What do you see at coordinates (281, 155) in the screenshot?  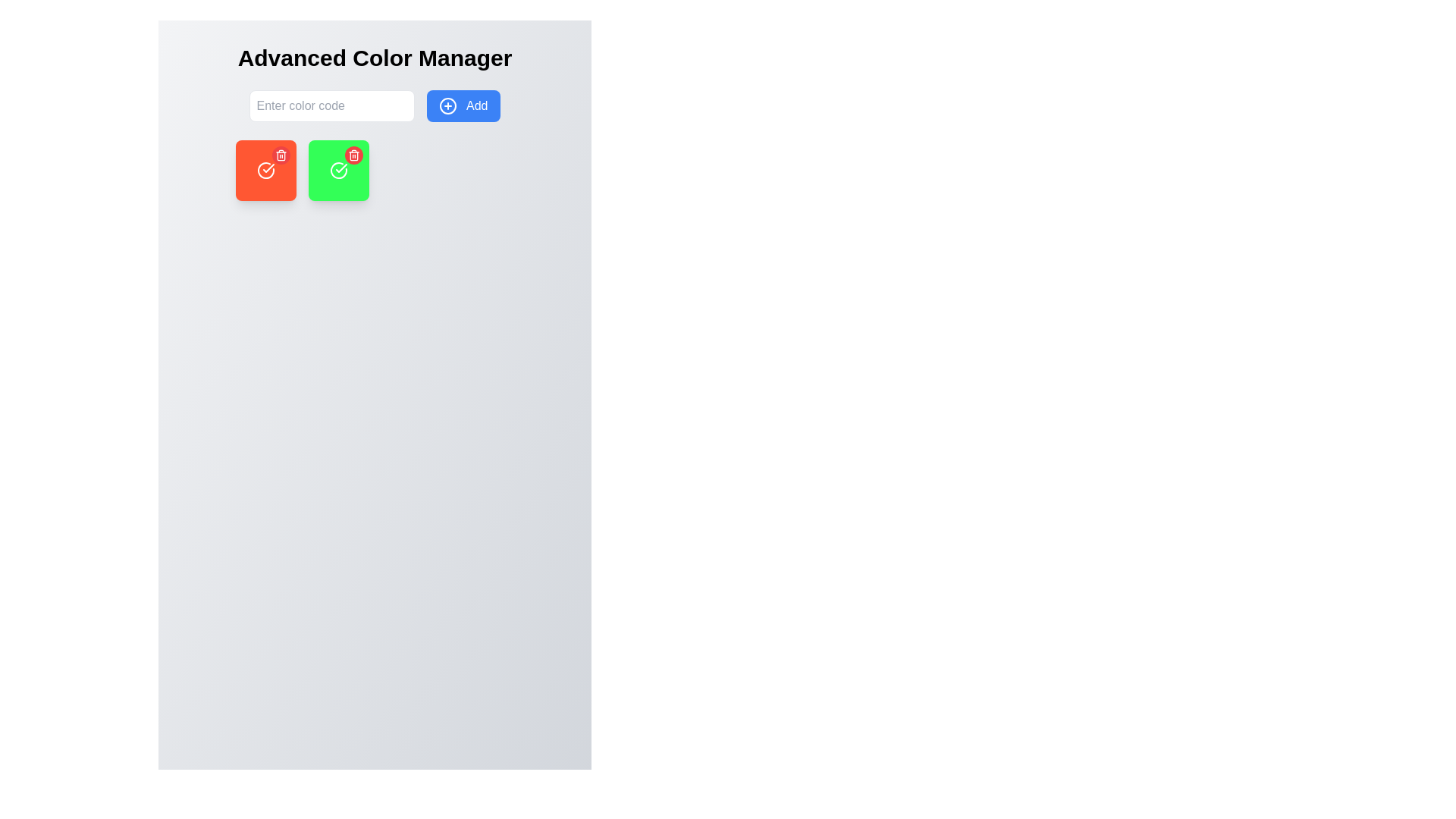 I see `the 'Delete' button located in the upper-right corner of the red square card` at bounding box center [281, 155].